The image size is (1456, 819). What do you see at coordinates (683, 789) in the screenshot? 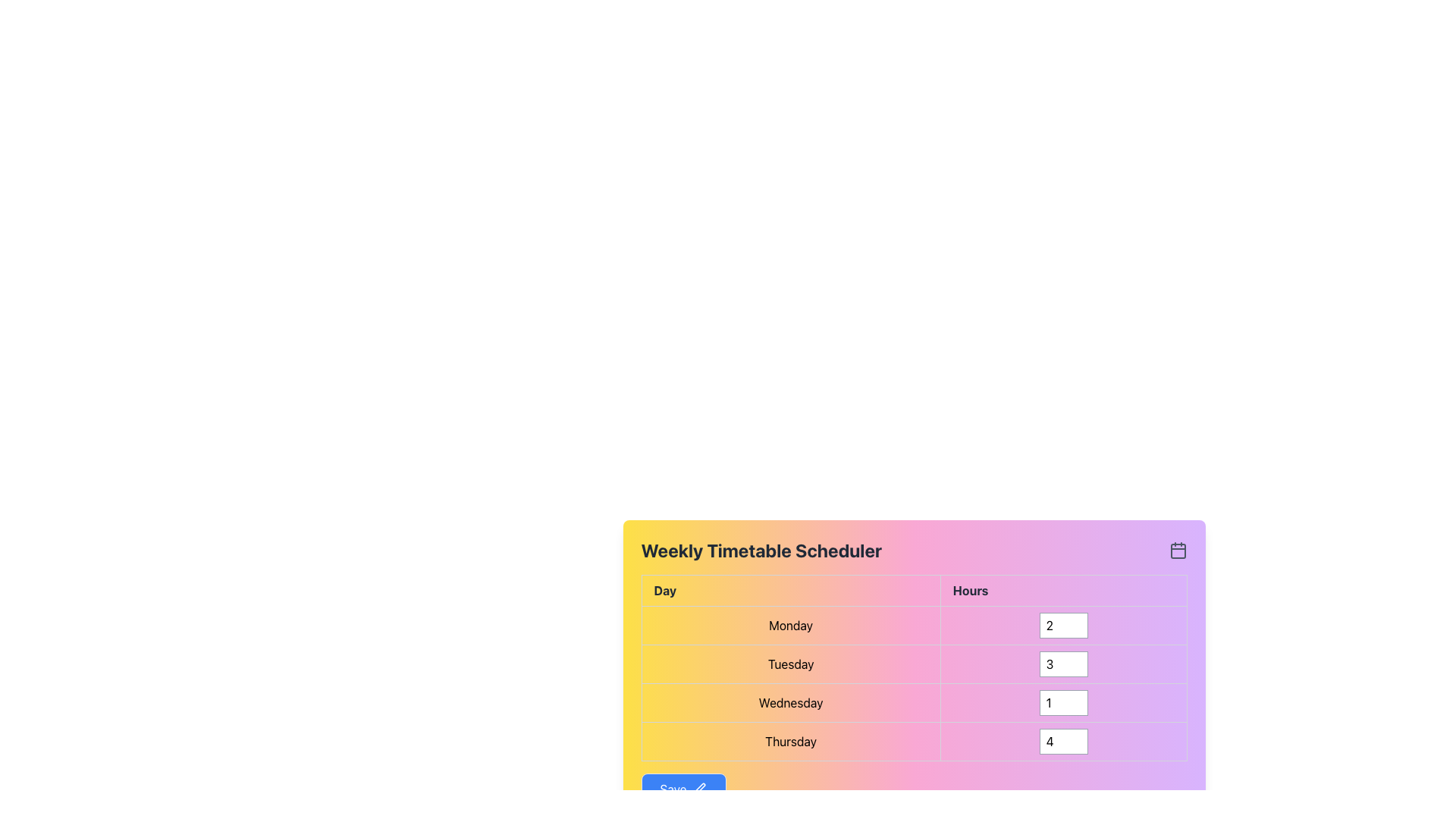
I see `the save button located at the bottom-left of the timetable scheduler` at bounding box center [683, 789].